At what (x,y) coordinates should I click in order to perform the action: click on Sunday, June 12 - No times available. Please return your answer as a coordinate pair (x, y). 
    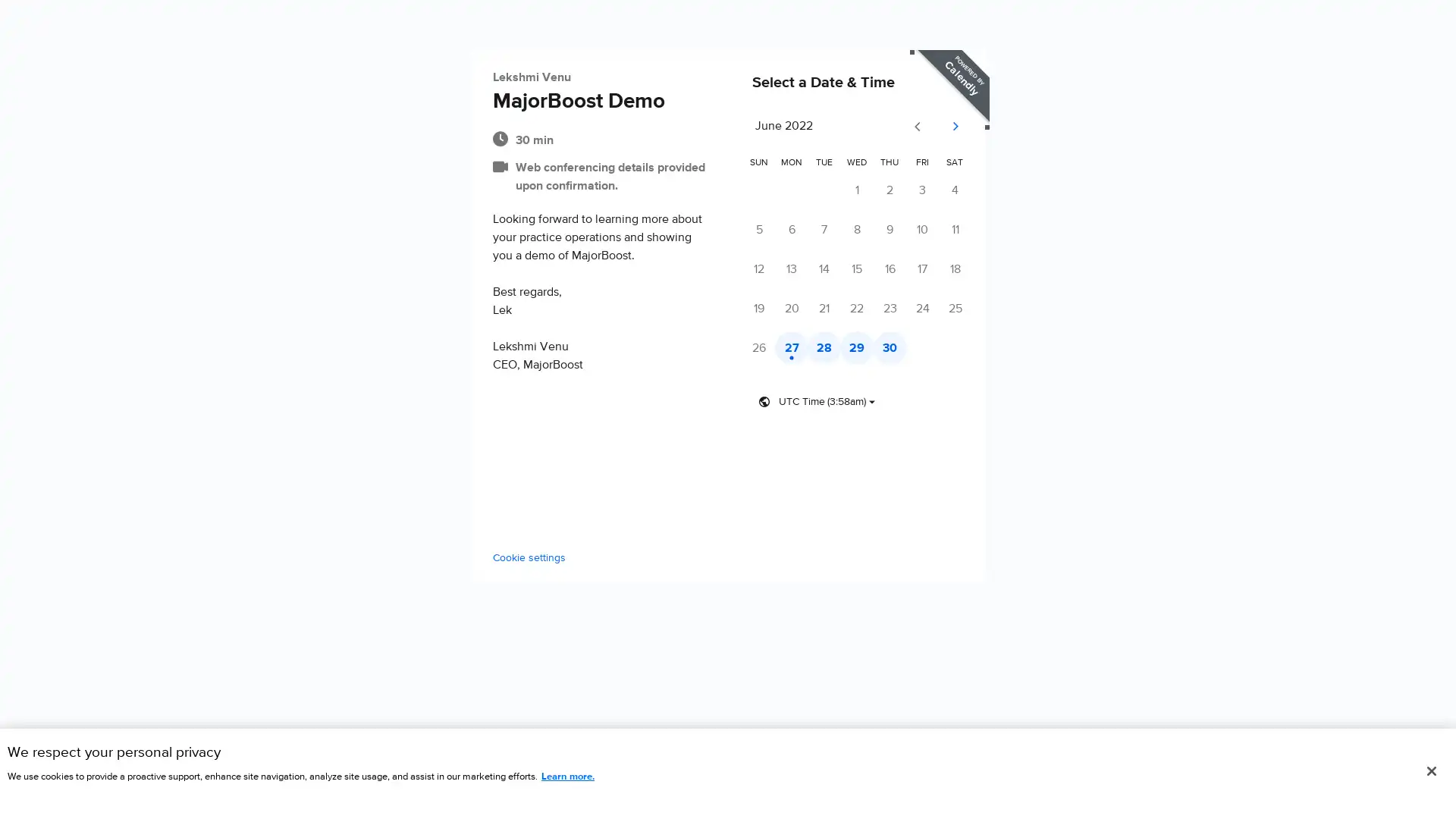
    Looking at the image, I should click on (761, 268).